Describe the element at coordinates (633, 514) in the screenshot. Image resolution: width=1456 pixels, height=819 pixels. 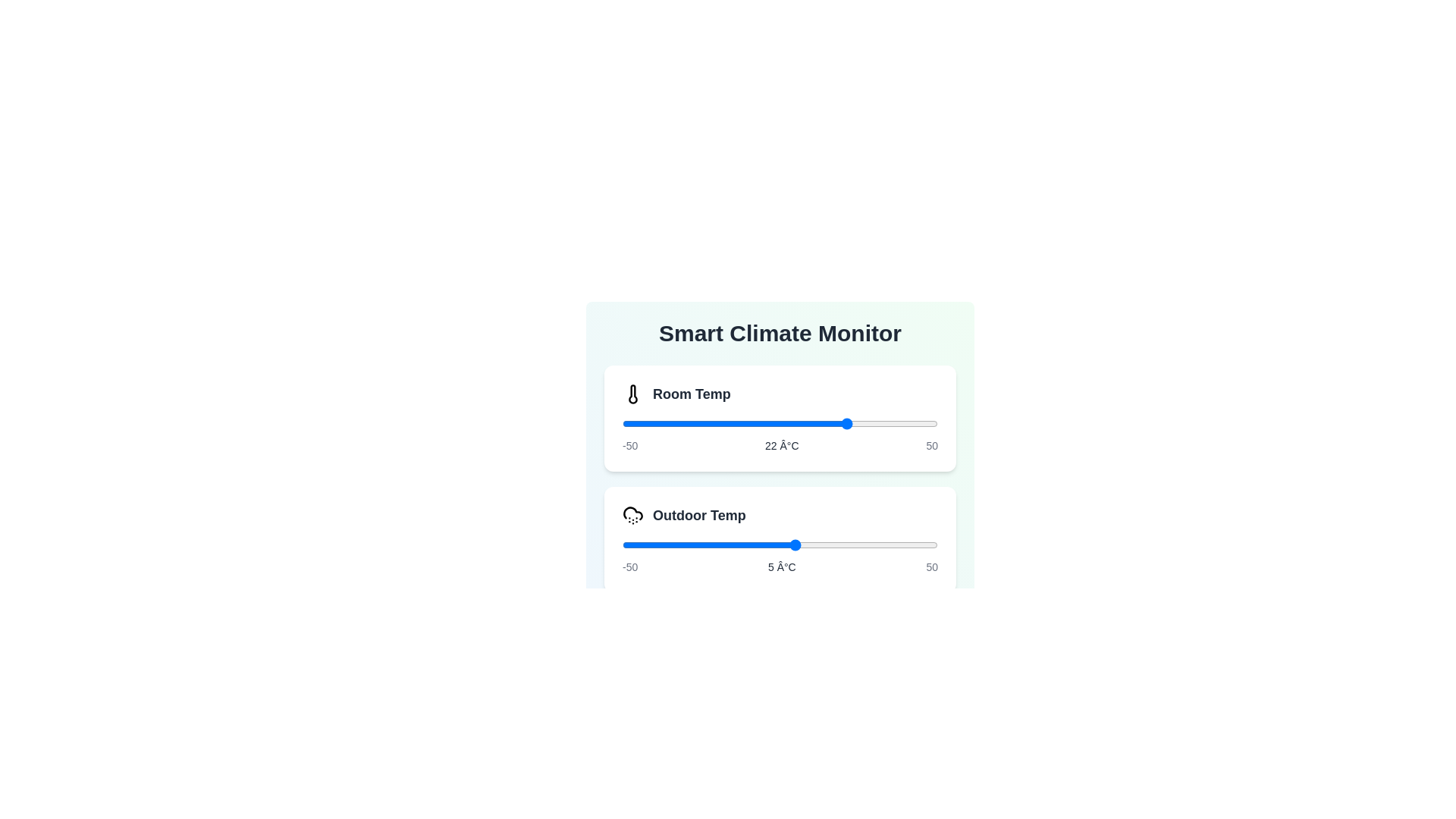
I see `the icon representing Outdoor Temp` at that location.